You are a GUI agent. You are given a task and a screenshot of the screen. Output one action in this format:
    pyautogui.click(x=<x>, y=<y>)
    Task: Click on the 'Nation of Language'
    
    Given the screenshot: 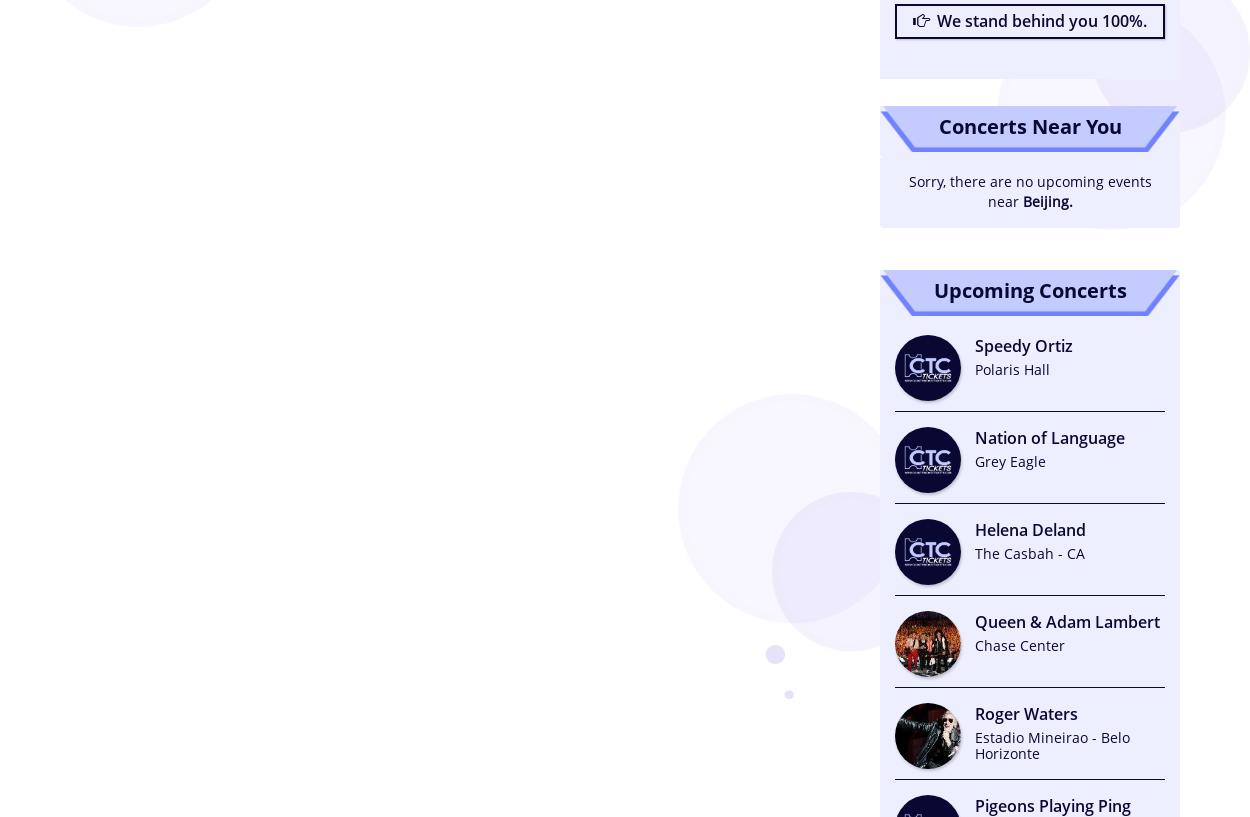 What is the action you would take?
    pyautogui.click(x=1050, y=437)
    